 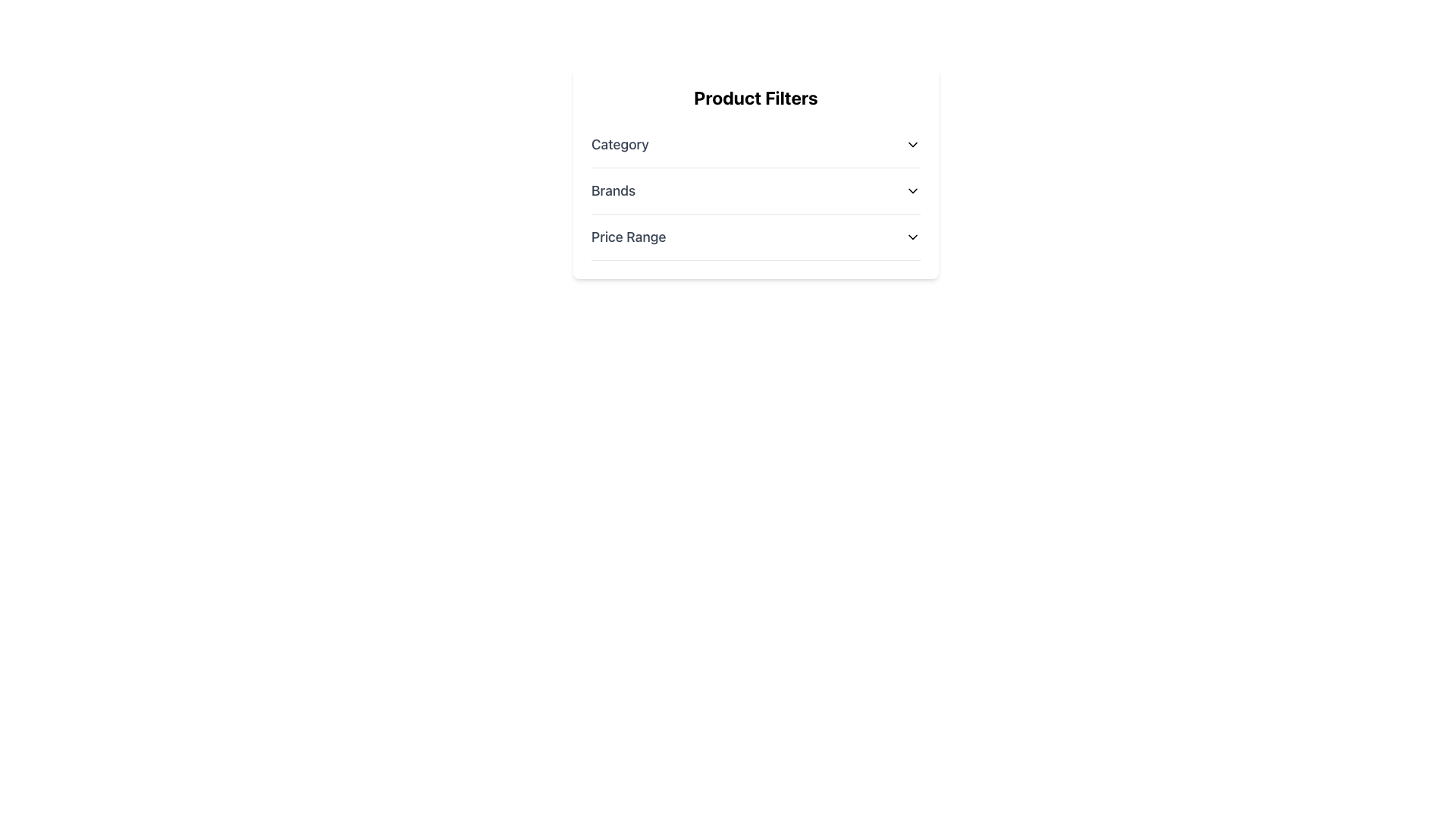 What do you see at coordinates (756, 145) in the screenshot?
I see `the 'Category' dropdown menu toggle in the 'Product Filters' section` at bounding box center [756, 145].